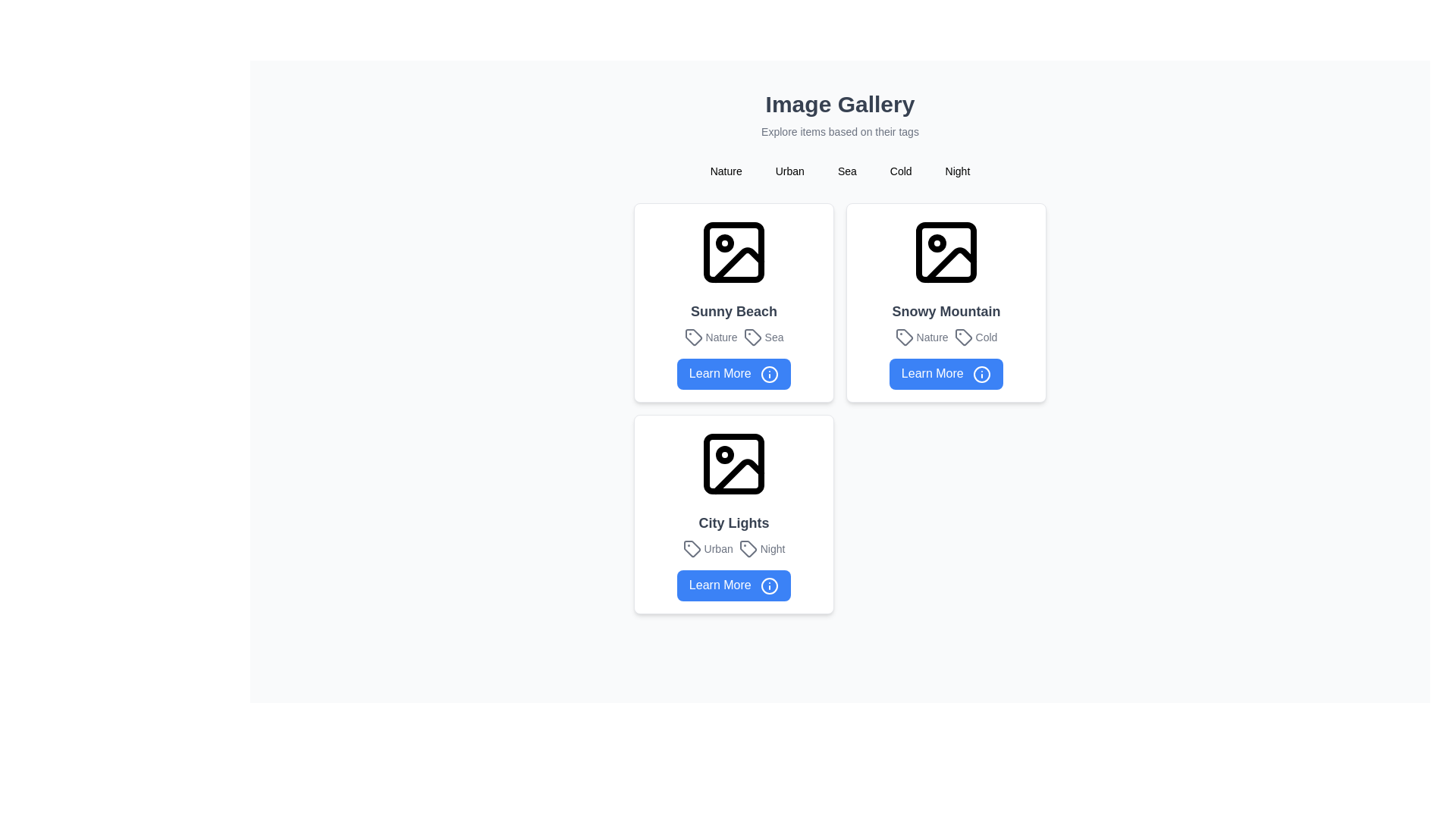 The width and height of the screenshot is (1456, 819). I want to click on the Text label with icons located below the 'City Lights' heading and above the blue 'Learn More' button in the 'City Lights' card, so click(734, 548).